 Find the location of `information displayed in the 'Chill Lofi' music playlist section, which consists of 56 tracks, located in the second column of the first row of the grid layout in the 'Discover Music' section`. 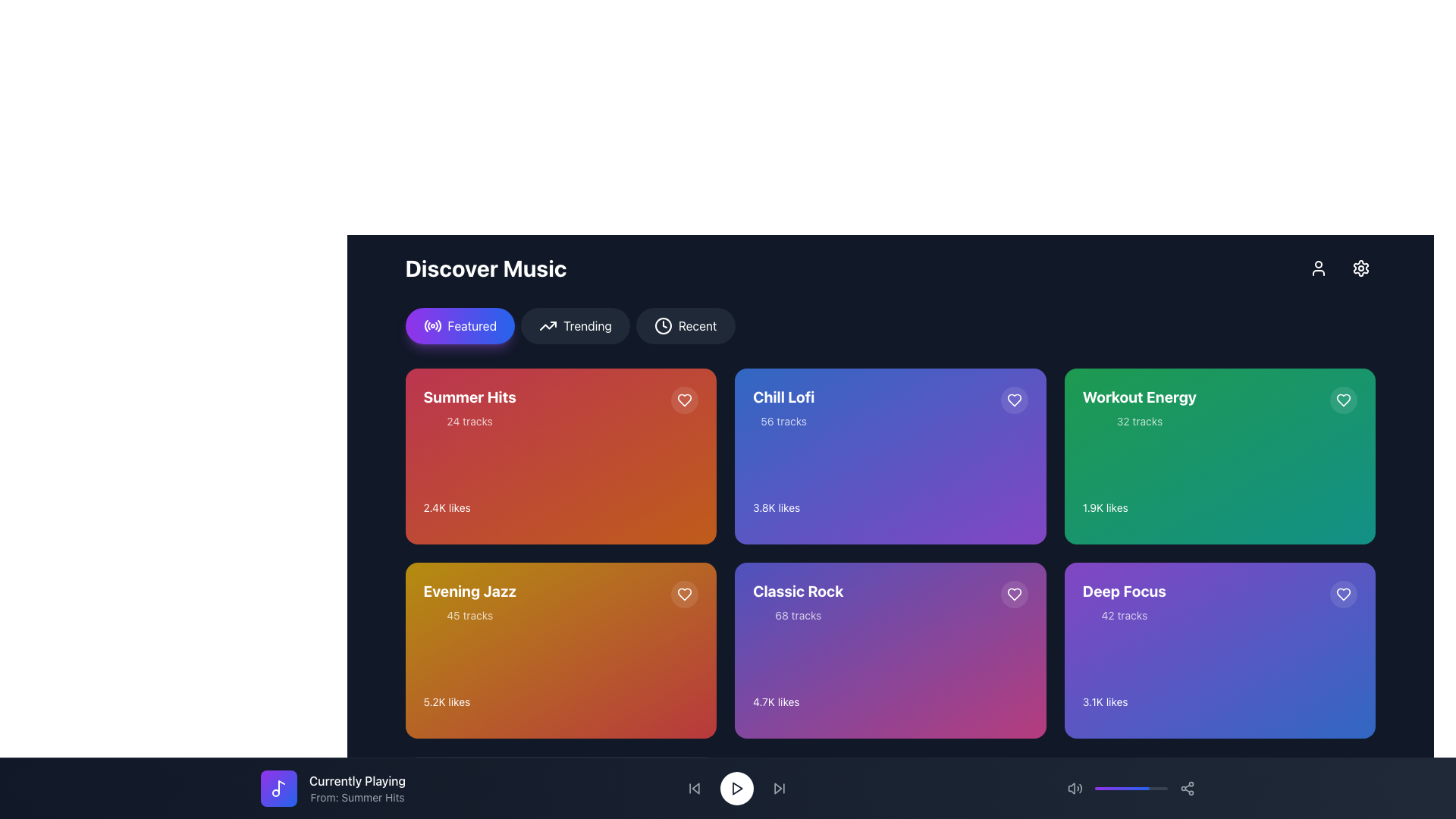

information displayed in the 'Chill Lofi' music playlist section, which consists of 56 tracks, located in the second column of the first row of the grid layout in the 'Discover Music' section is located at coordinates (890, 406).